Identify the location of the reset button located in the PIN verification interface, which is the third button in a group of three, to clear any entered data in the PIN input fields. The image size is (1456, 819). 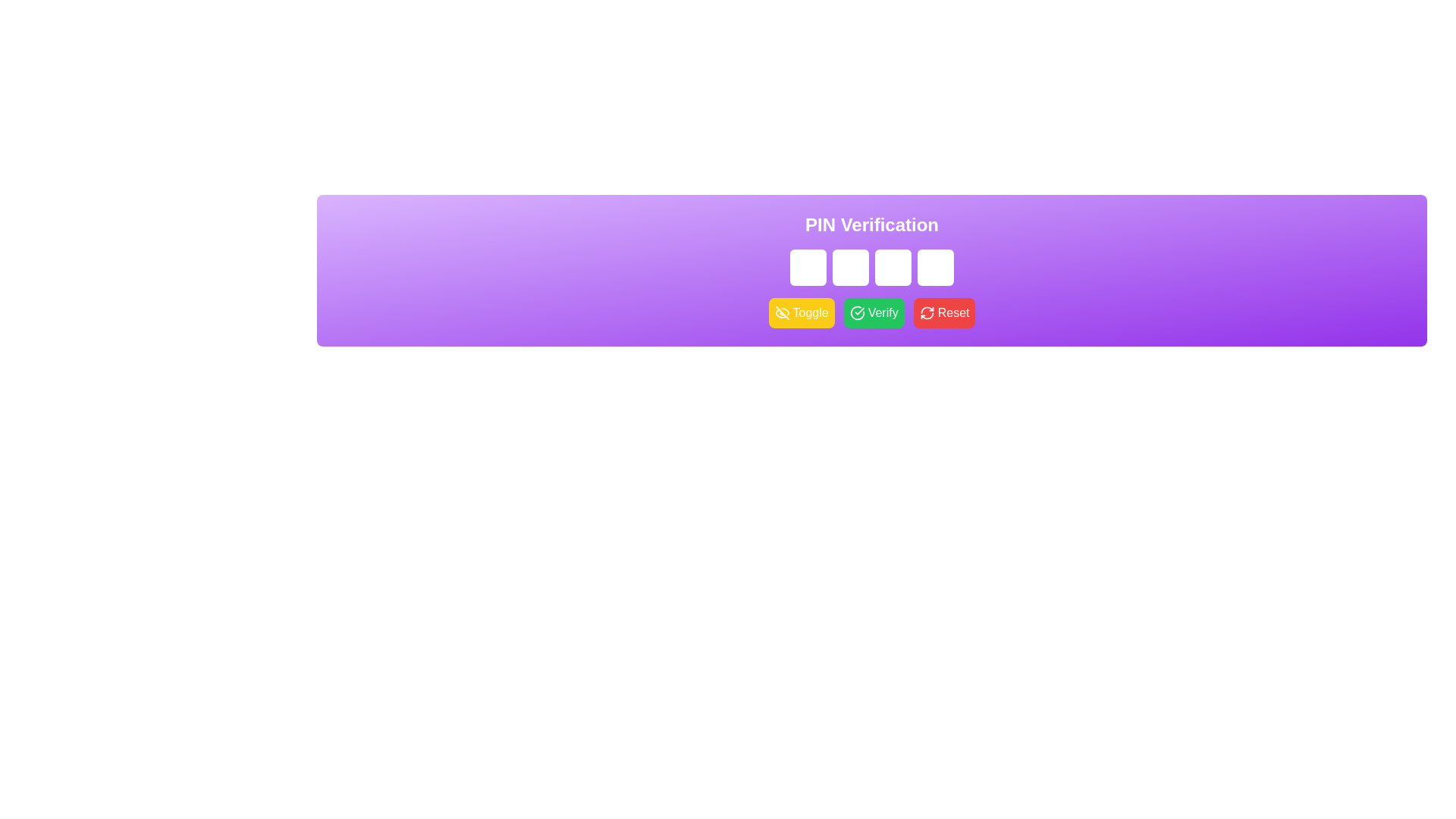
(943, 312).